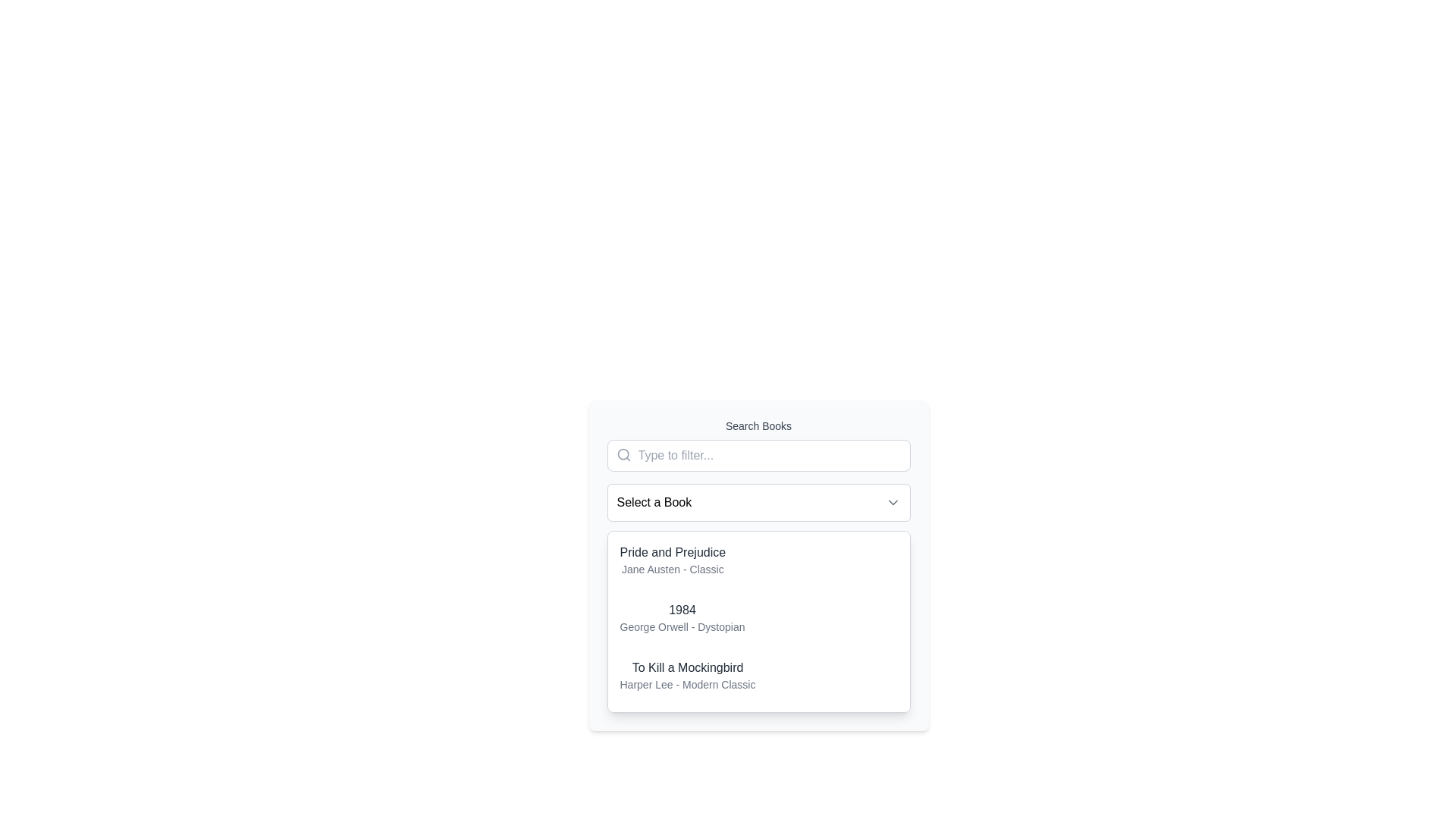 This screenshot has height=819, width=1456. I want to click on text content of the 'Pride and Prejudice' title displayed in the dropdown list under the 'Select a Book' field, so click(672, 553).